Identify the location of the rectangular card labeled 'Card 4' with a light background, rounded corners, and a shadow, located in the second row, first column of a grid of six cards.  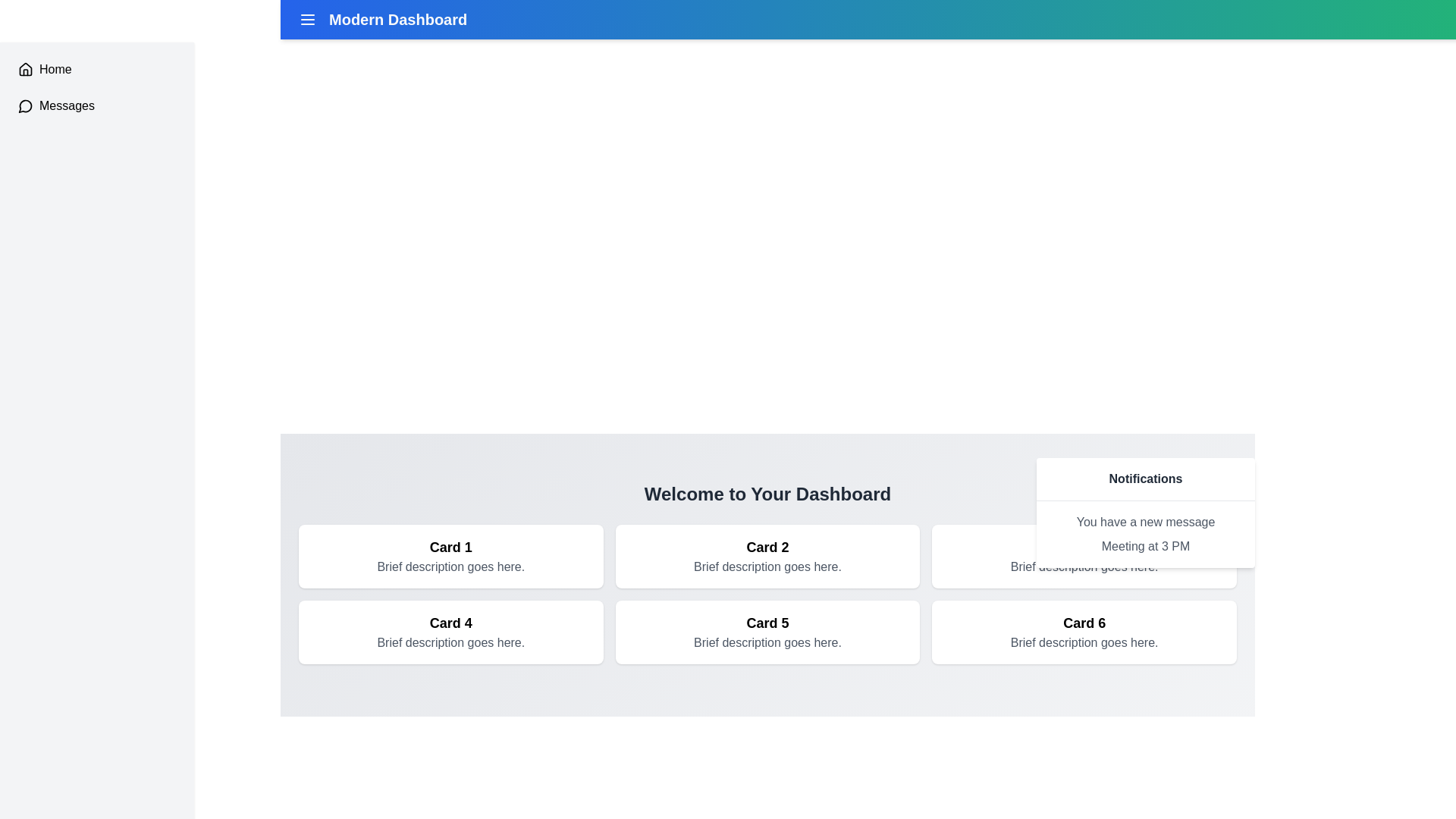
(450, 632).